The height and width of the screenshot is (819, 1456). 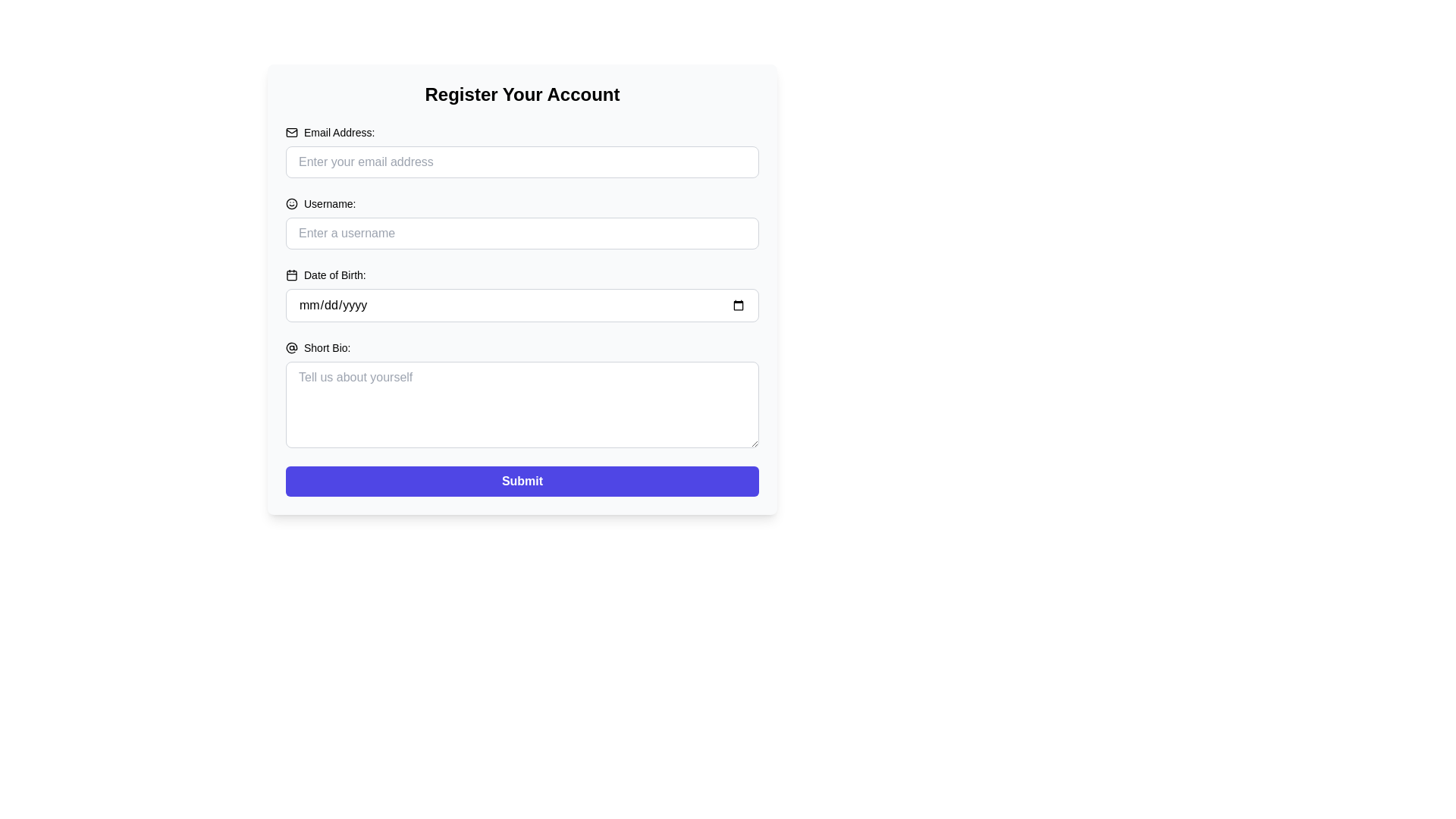 What do you see at coordinates (522, 222) in the screenshot?
I see `the username input field, which is the second input field in the form layout, located below the 'Email Address:' field and above the 'Date of Birth:' field` at bounding box center [522, 222].